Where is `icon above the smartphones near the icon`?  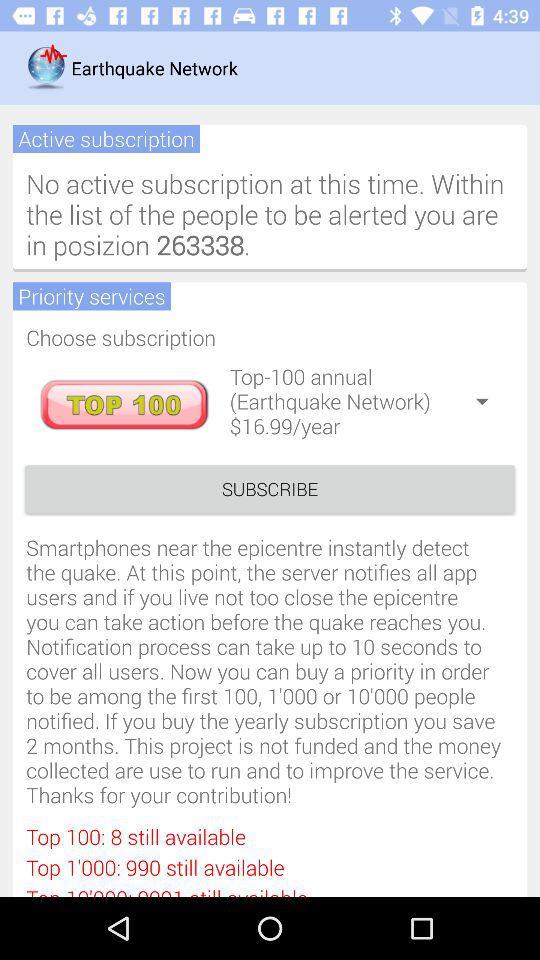
icon above the smartphones near the icon is located at coordinates (270, 488).